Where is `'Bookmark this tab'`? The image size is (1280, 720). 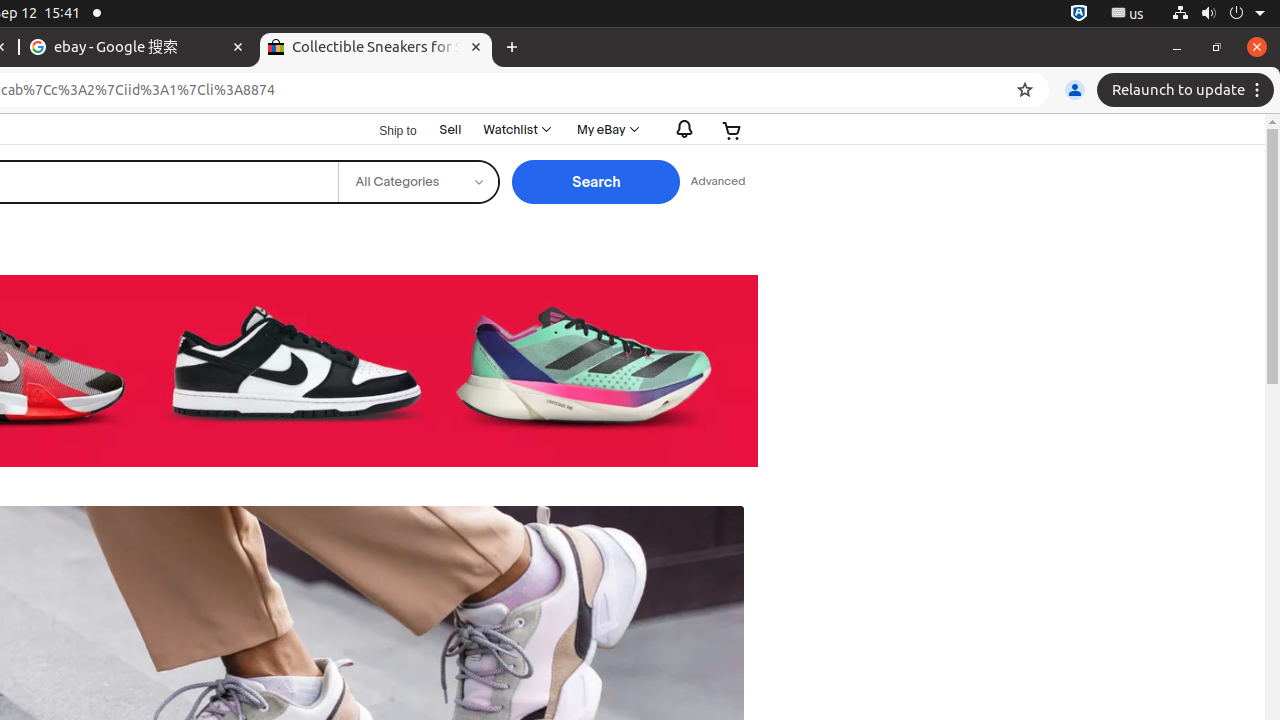
'Bookmark this tab' is located at coordinates (1025, 90).